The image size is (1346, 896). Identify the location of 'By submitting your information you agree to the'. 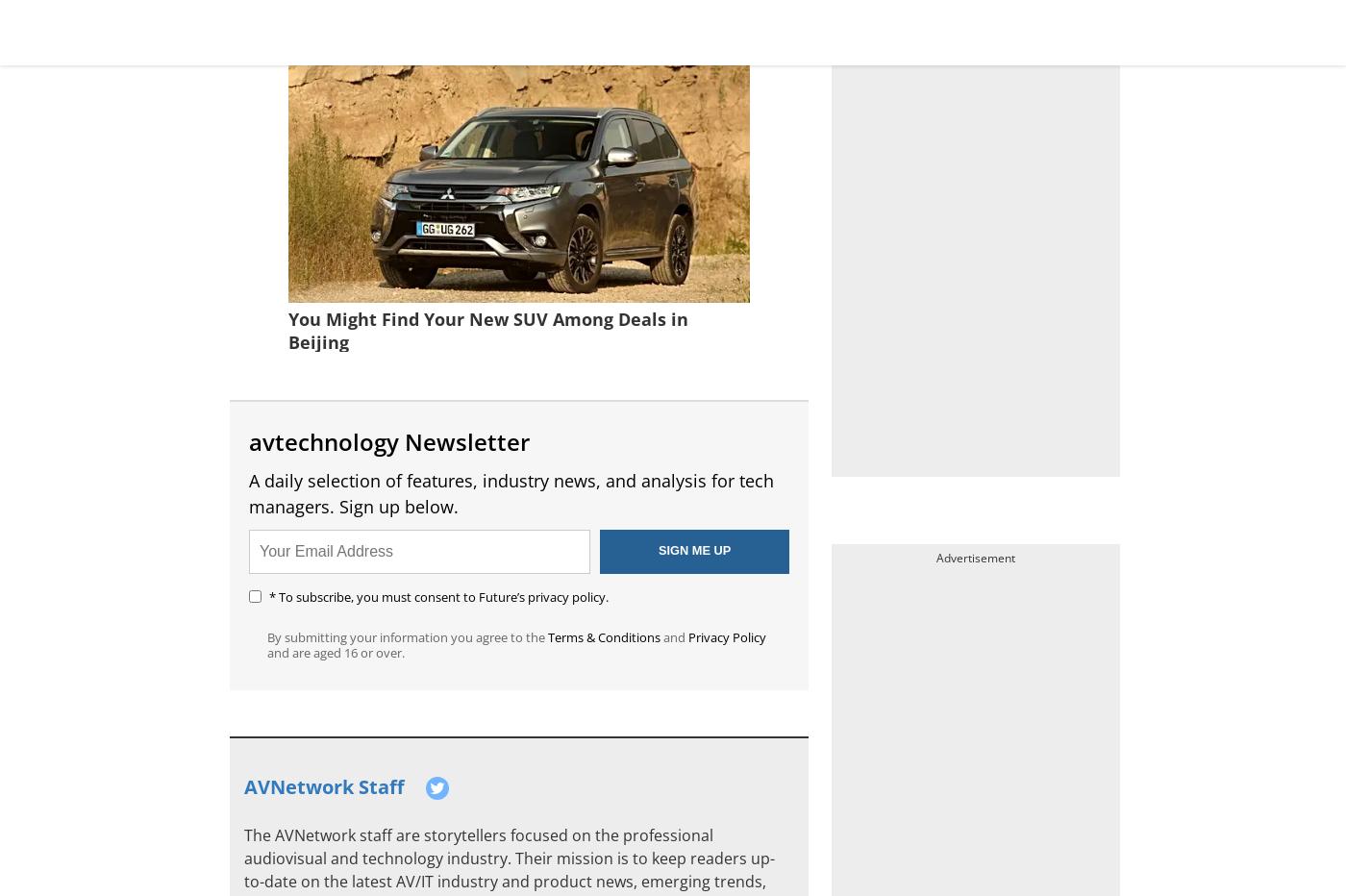
(408, 635).